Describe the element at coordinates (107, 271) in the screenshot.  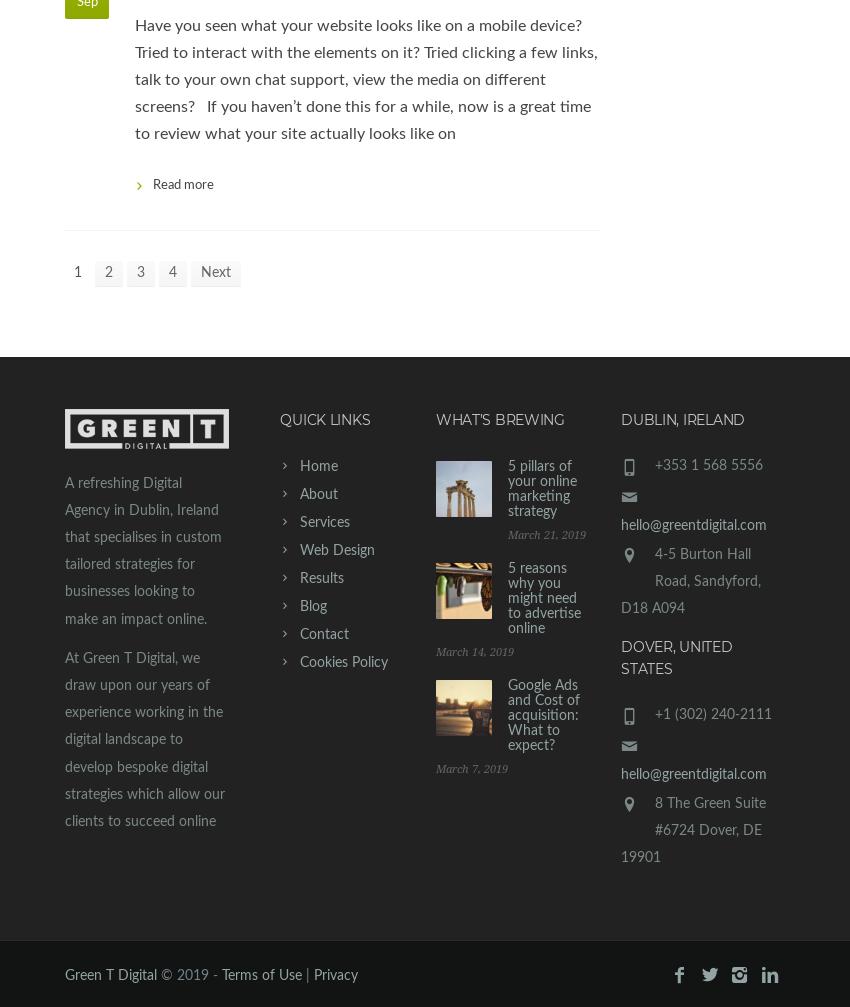
I see `'2'` at that location.